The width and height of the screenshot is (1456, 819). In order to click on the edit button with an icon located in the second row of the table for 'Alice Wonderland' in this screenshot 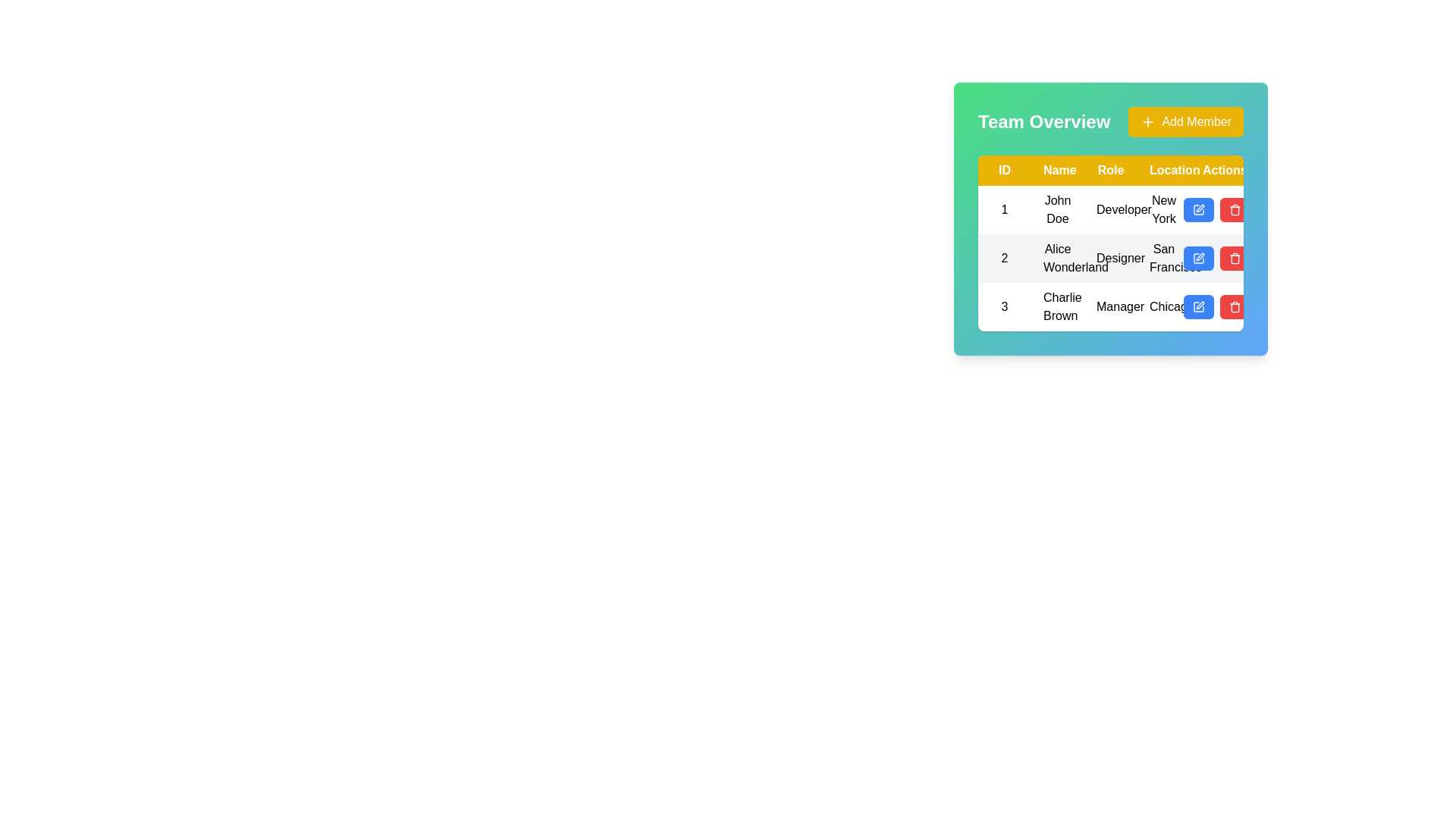, I will do `click(1197, 257)`.